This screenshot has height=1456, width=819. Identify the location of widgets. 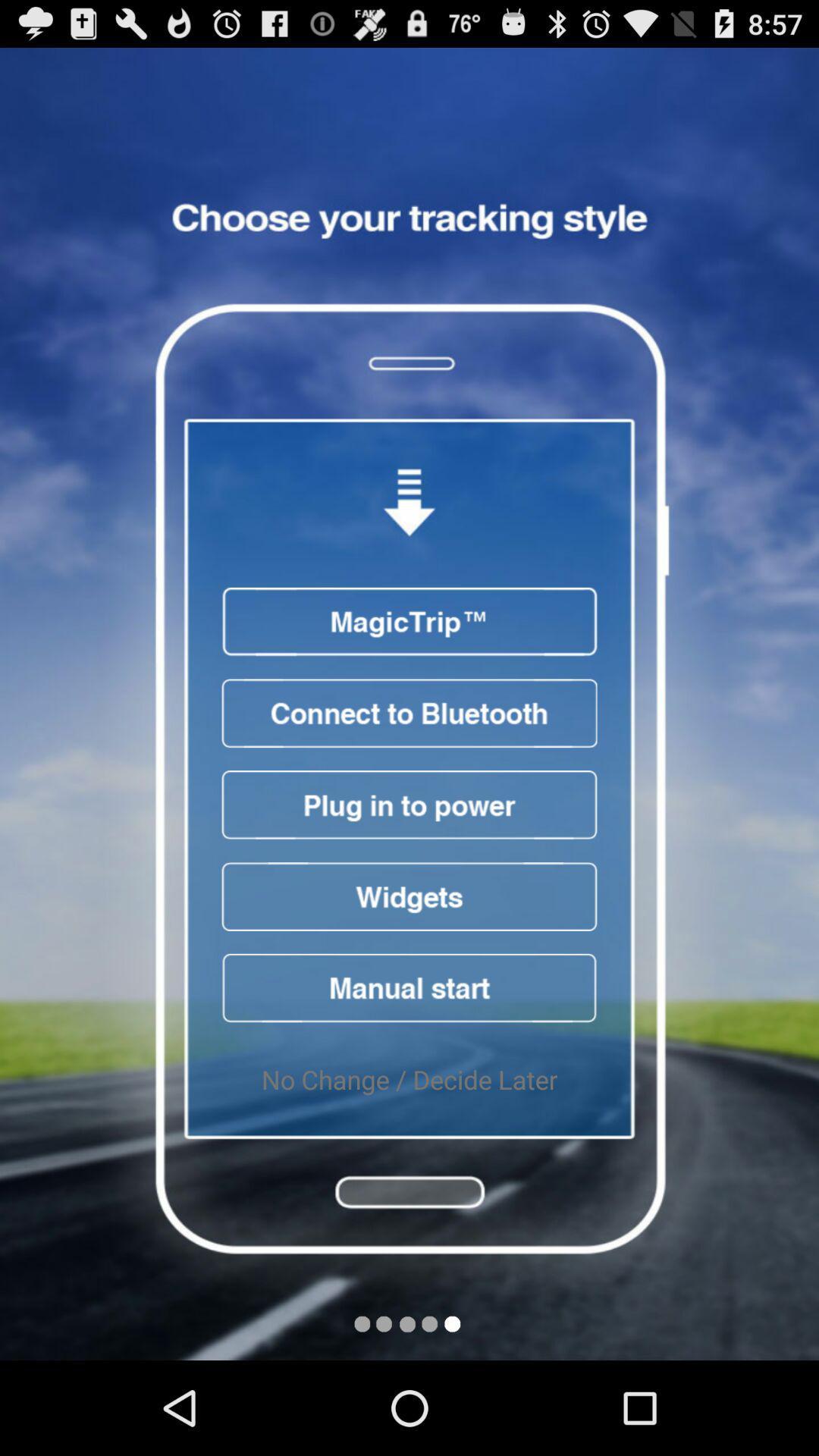
(409, 896).